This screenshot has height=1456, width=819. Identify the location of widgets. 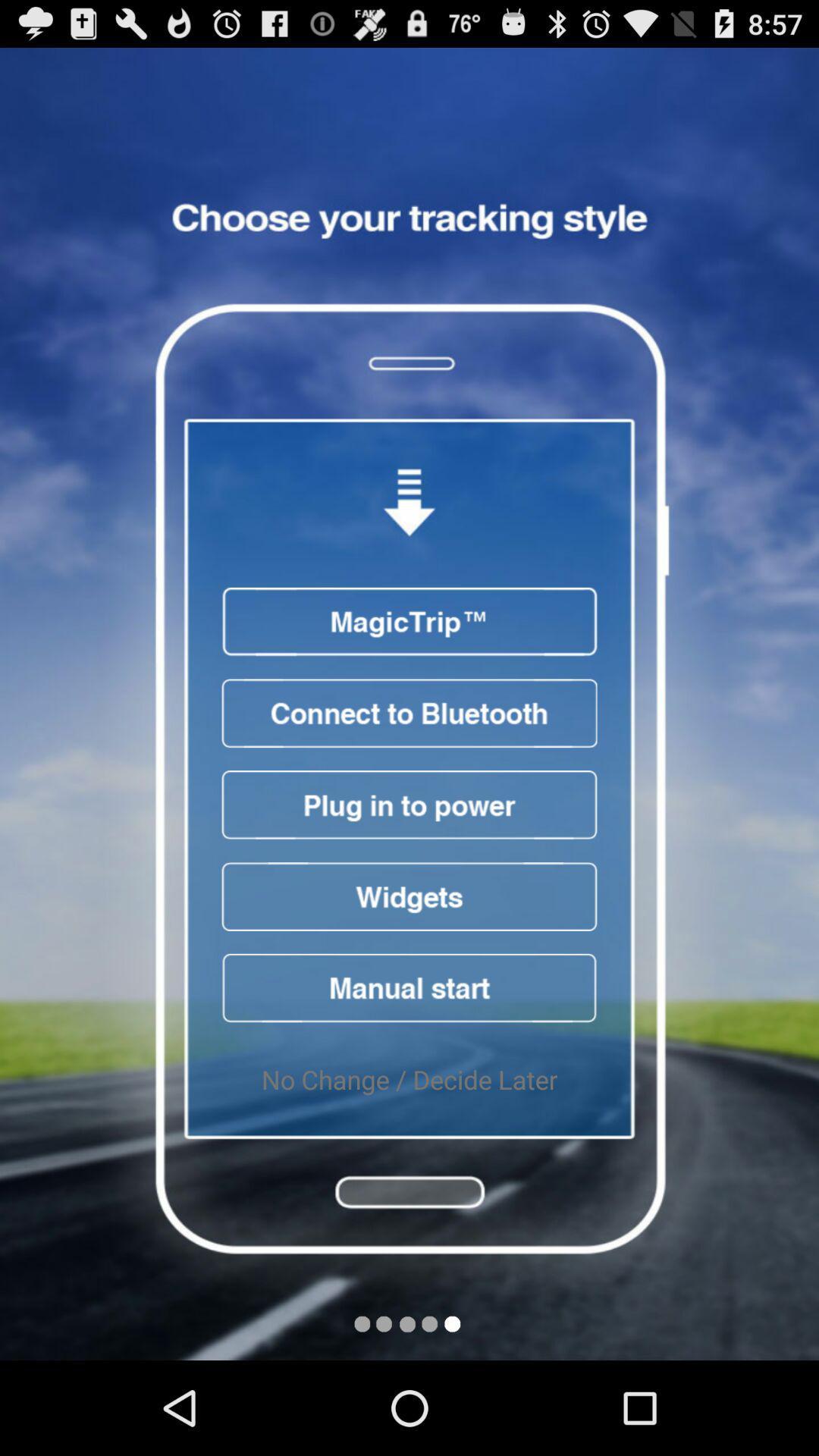
(409, 896).